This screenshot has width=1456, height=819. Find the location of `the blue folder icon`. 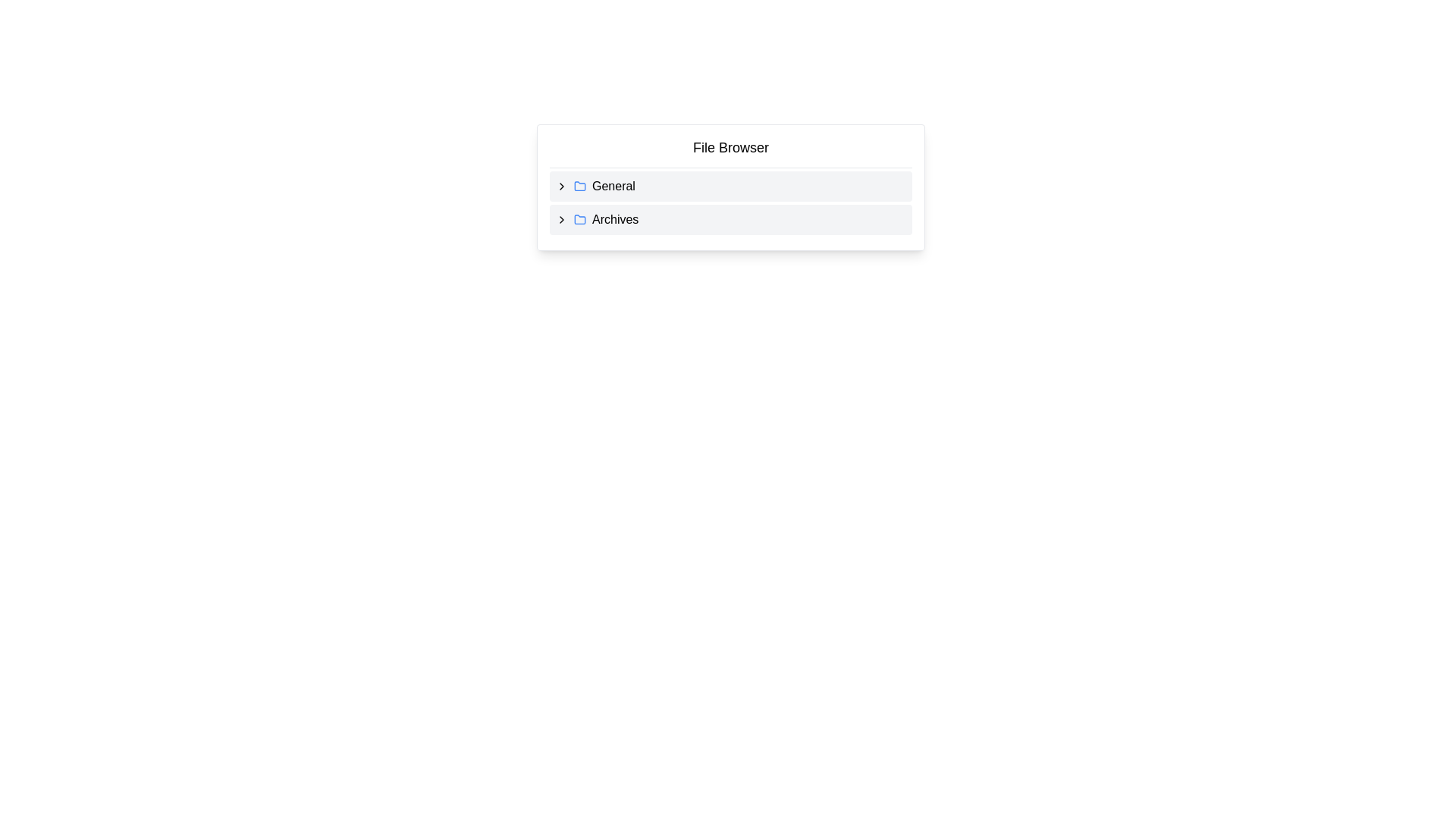

the blue folder icon is located at coordinates (579, 219).